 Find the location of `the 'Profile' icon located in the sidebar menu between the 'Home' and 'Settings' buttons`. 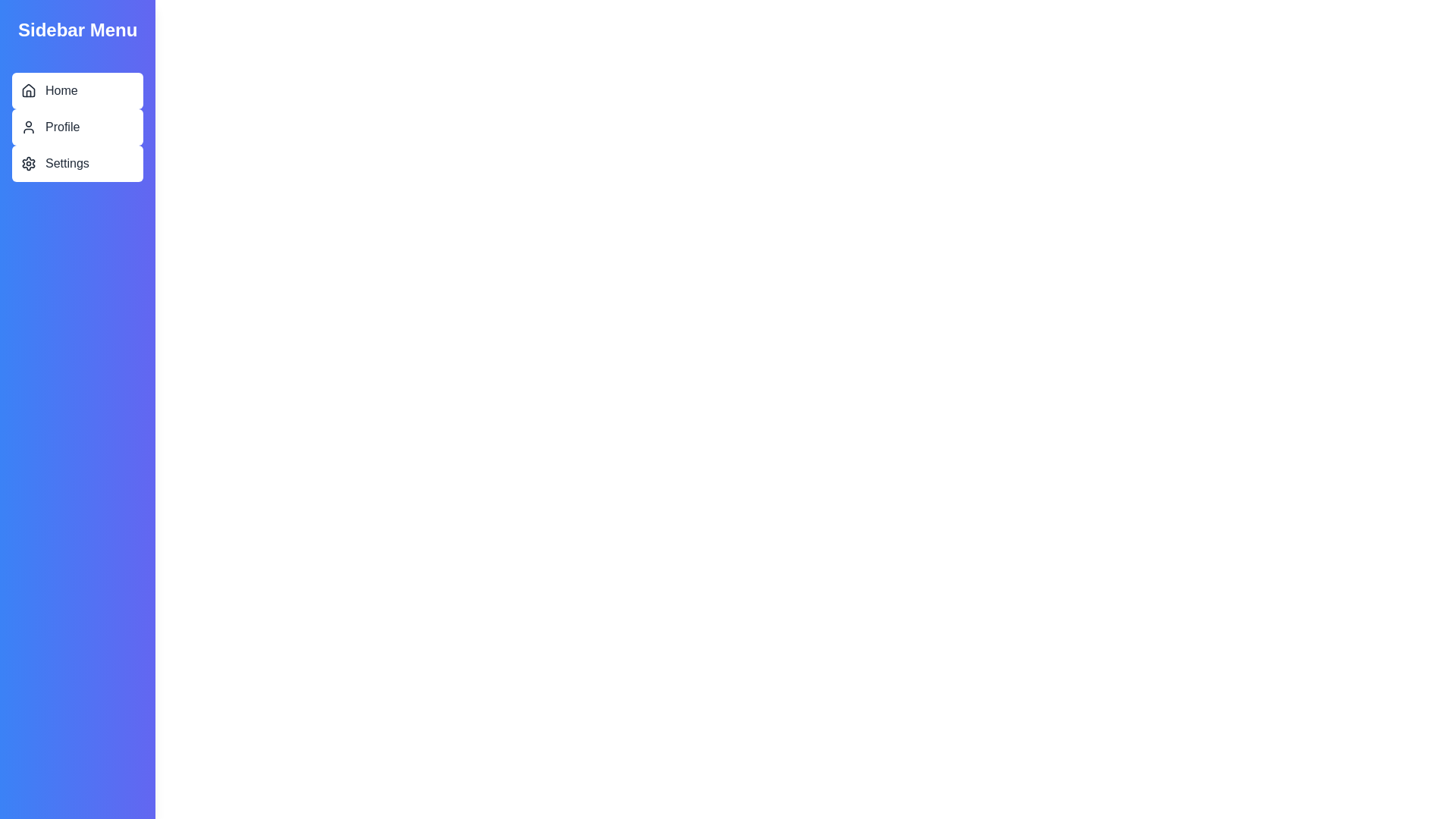

the 'Profile' icon located in the sidebar menu between the 'Home' and 'Settings' buttons is located at coordinates (29, 127).